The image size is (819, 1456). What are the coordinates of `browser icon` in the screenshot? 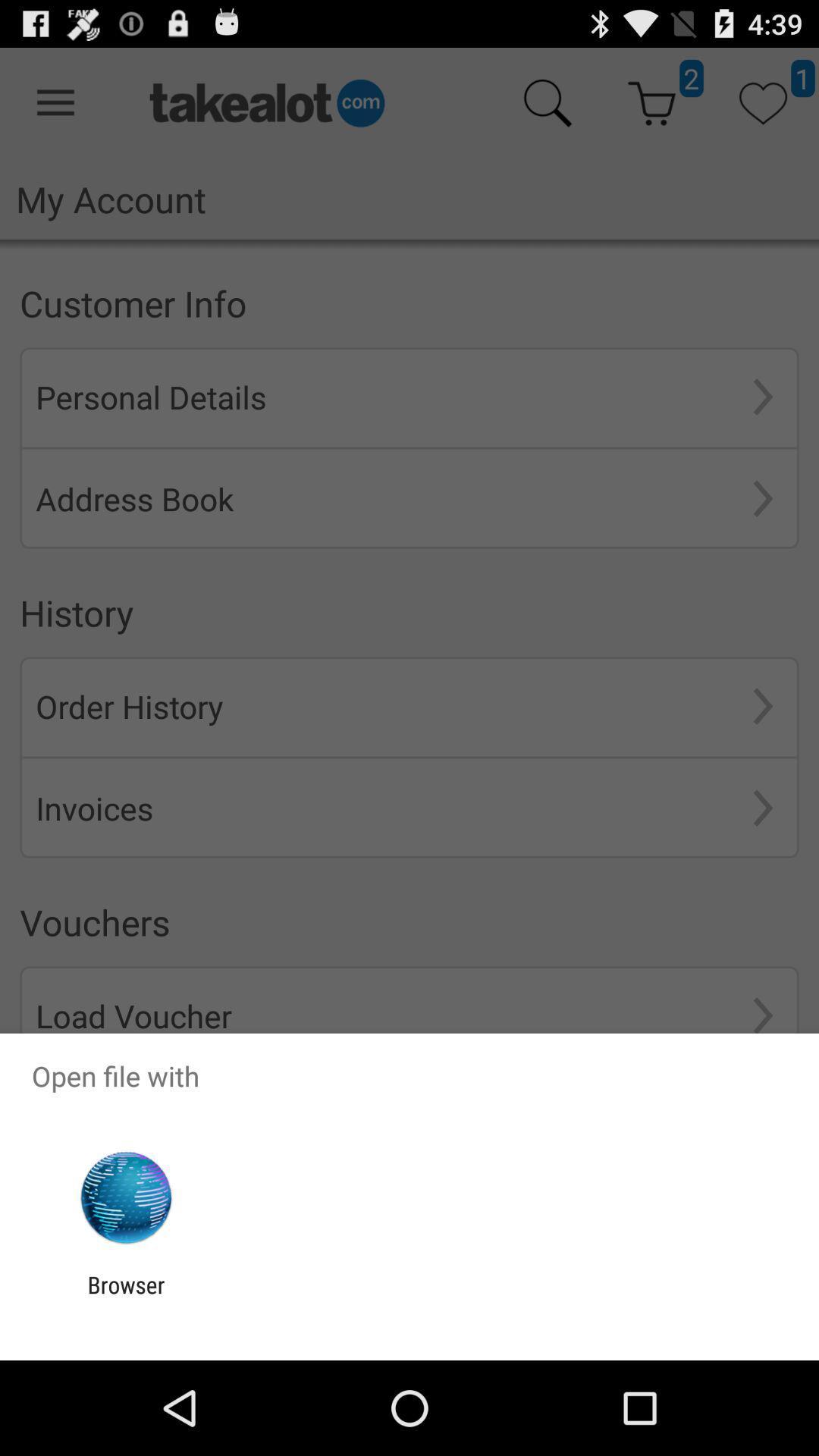 It's located at (125, 1298).